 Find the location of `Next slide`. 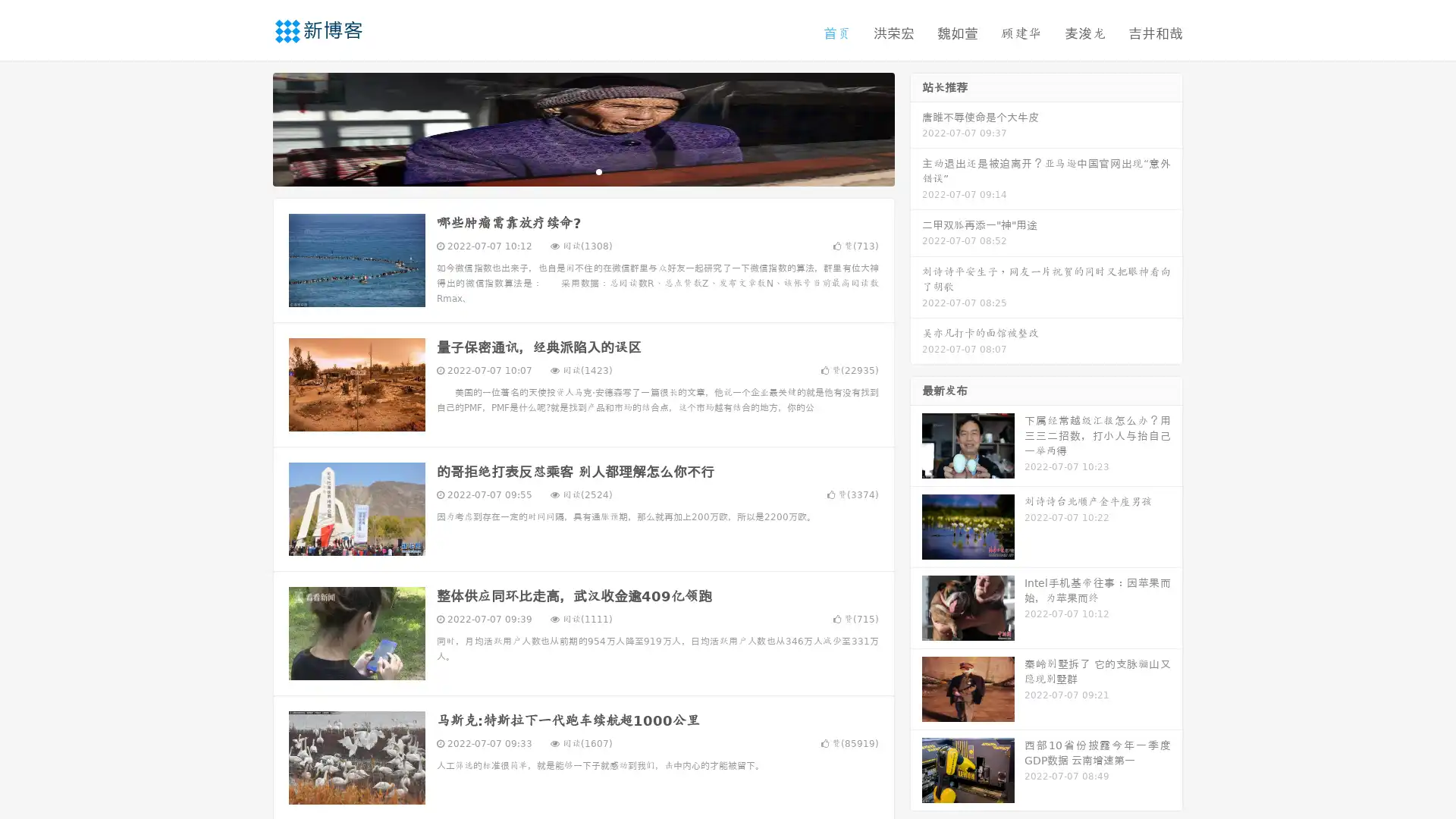

Next slide is located at coordinates (916, 127).